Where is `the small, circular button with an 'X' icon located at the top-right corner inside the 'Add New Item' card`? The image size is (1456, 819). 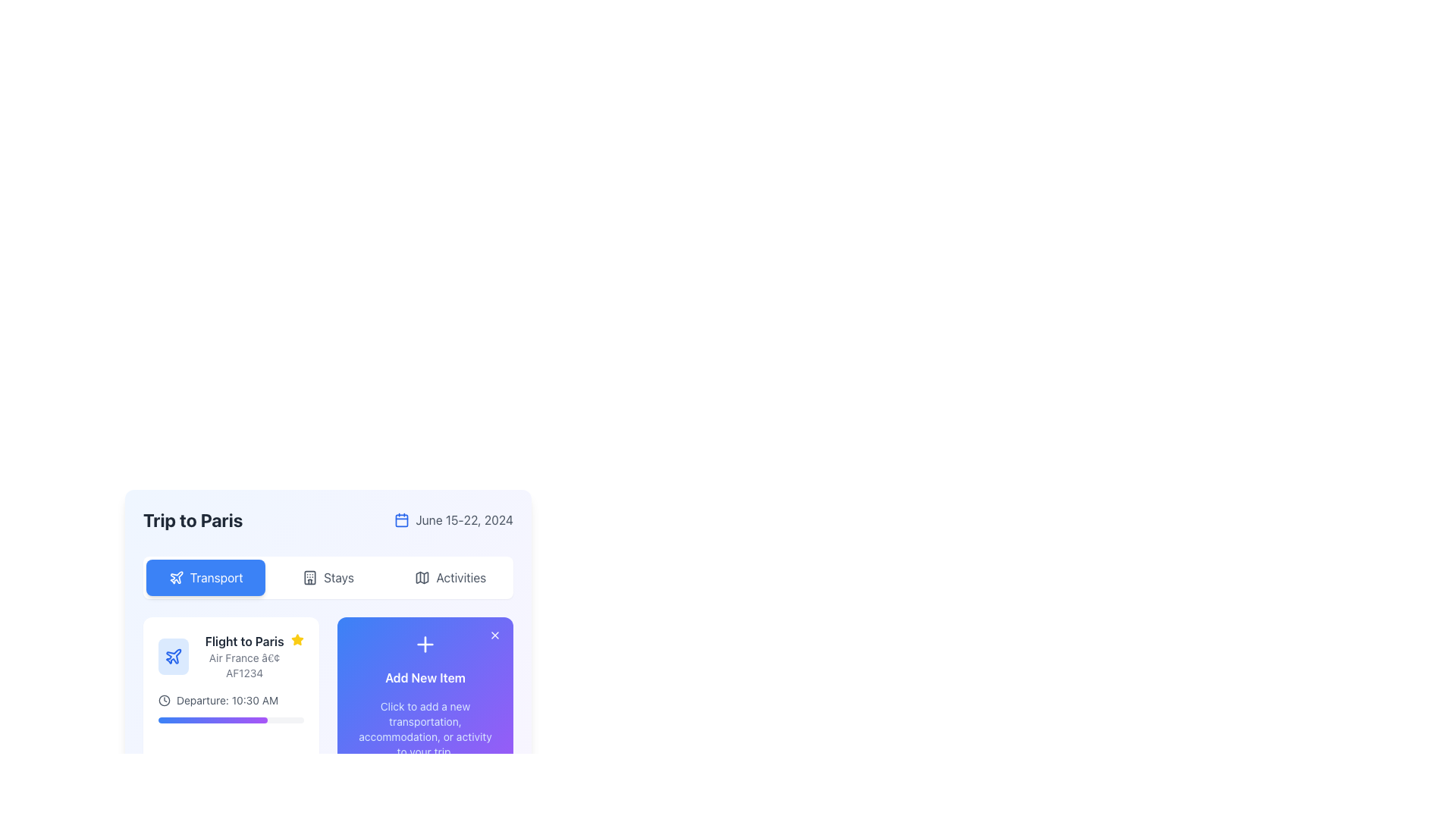
the small, circular button with an 'X' icon located at the top-right corner inside the 'Add New Item' card is located at coordinates (494, 635).